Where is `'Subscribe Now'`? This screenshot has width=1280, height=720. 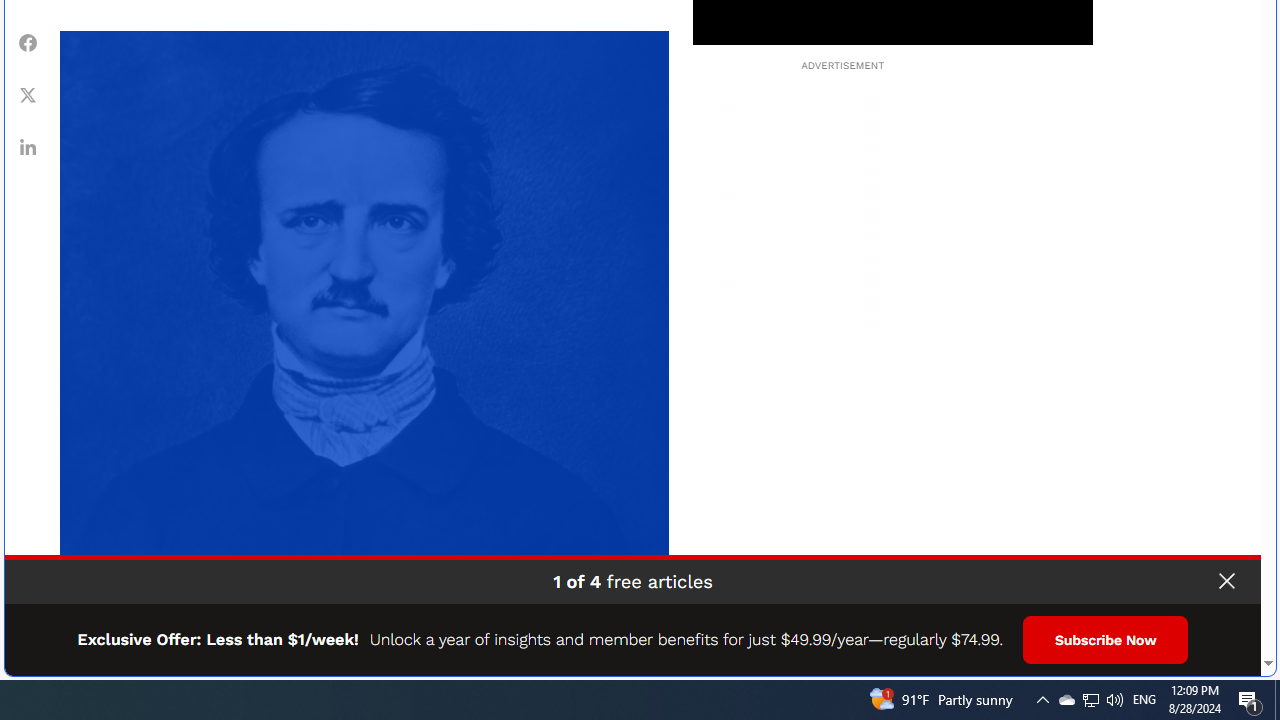
'Subscribe Now' is located at coordinates (1104, 640).